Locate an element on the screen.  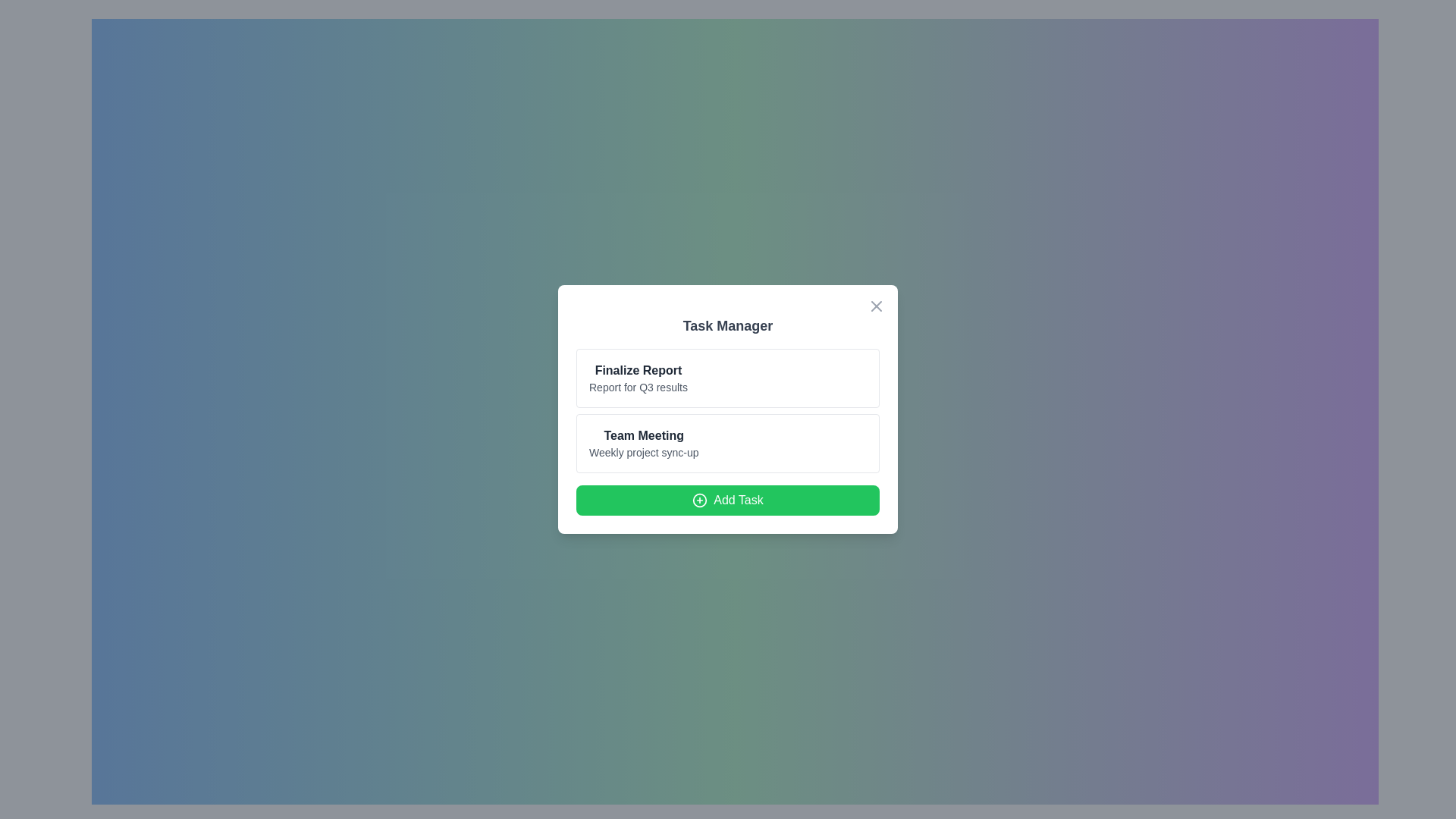
the small square-shaped button with an 'X' icon at the top-right corner of the 'Task Manager' card layout is located at coordinates (877, 306).